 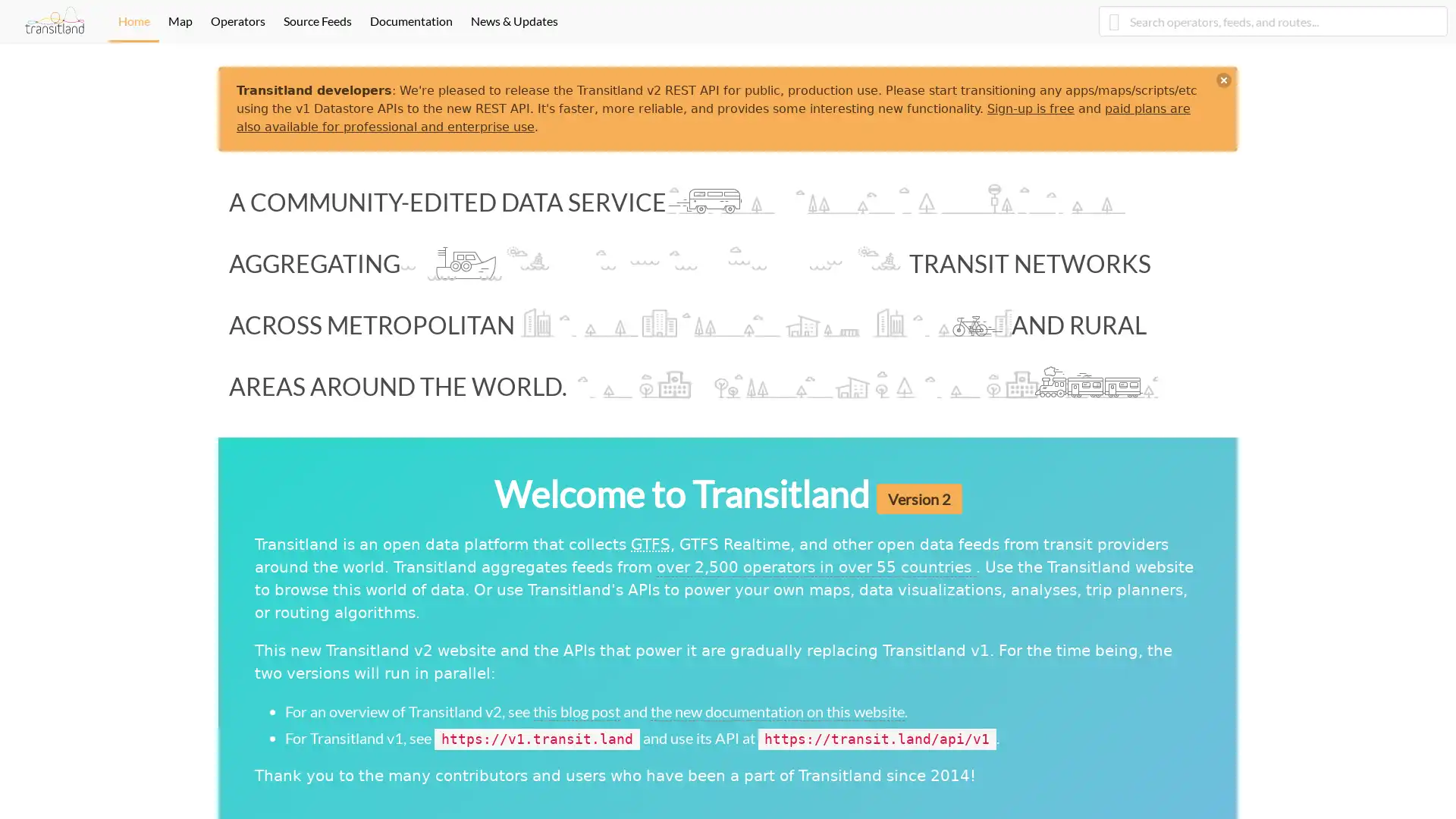 What do you see at coordinates (1223, 80) in the screenshot?
I see `Close notification` at bounding box center [1223, 80].